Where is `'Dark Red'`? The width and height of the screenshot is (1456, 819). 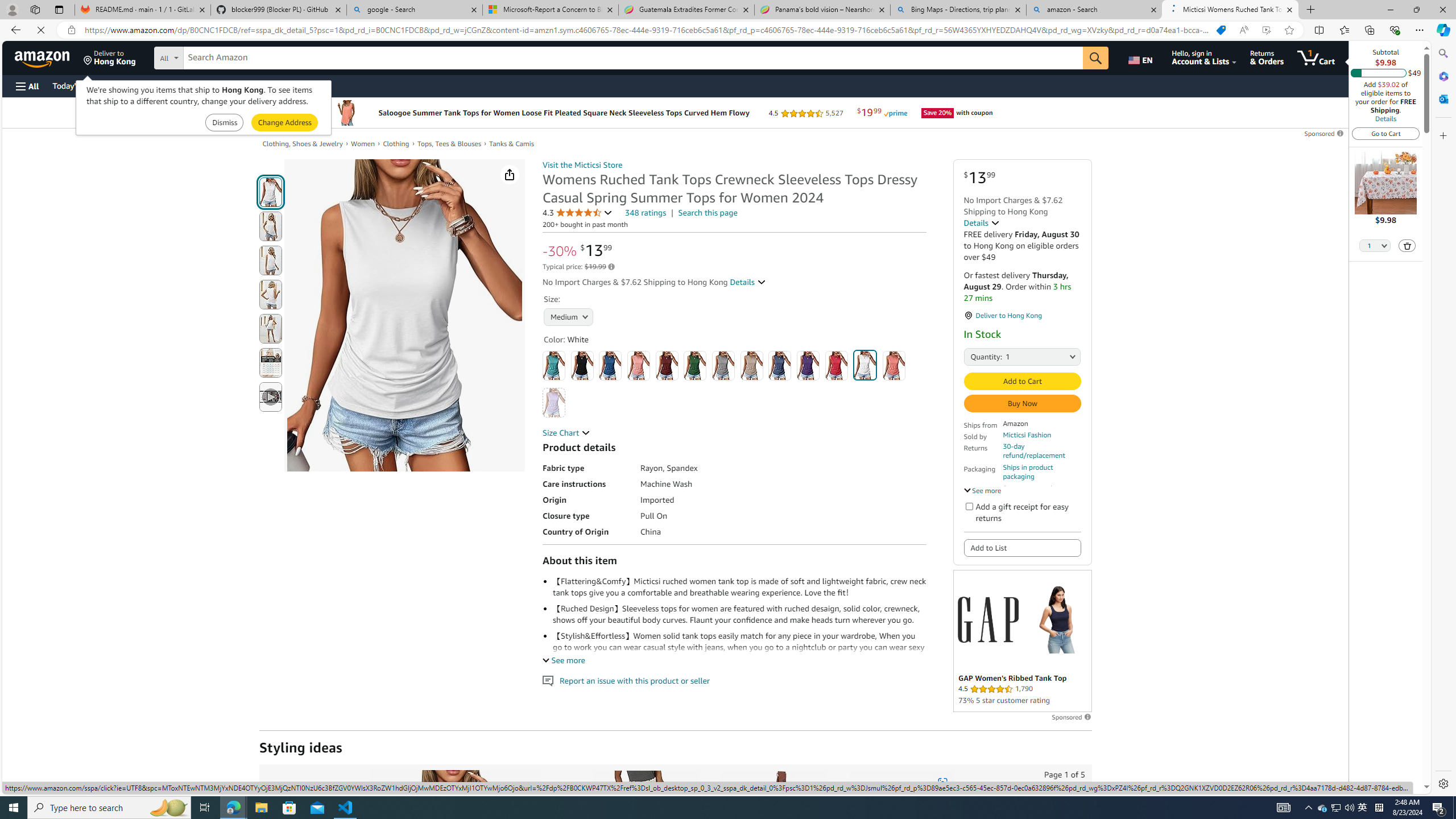
'Dark Red' is located at coordinates (666, 365).